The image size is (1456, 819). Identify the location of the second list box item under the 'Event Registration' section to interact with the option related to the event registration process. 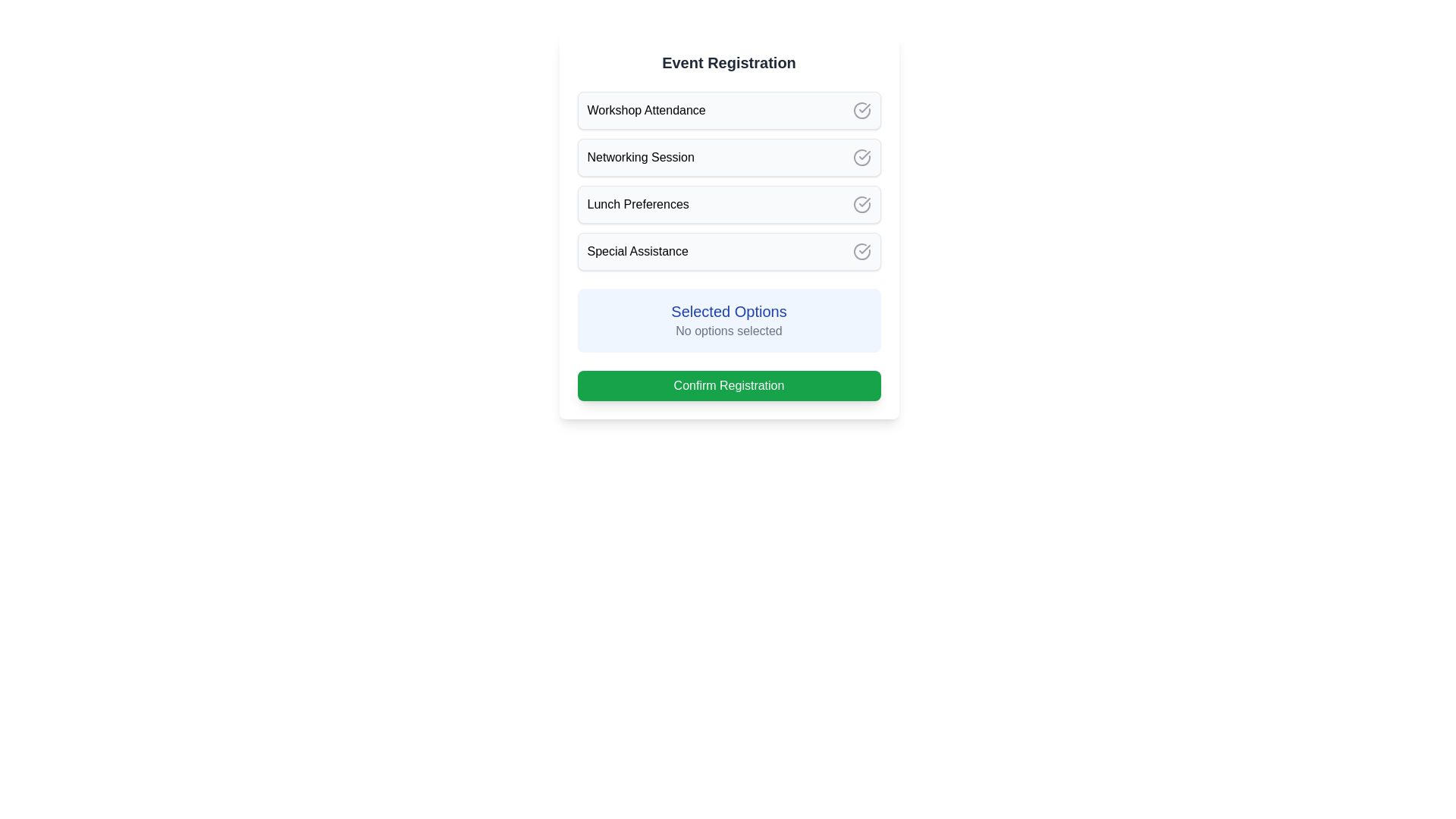
(729, 158).